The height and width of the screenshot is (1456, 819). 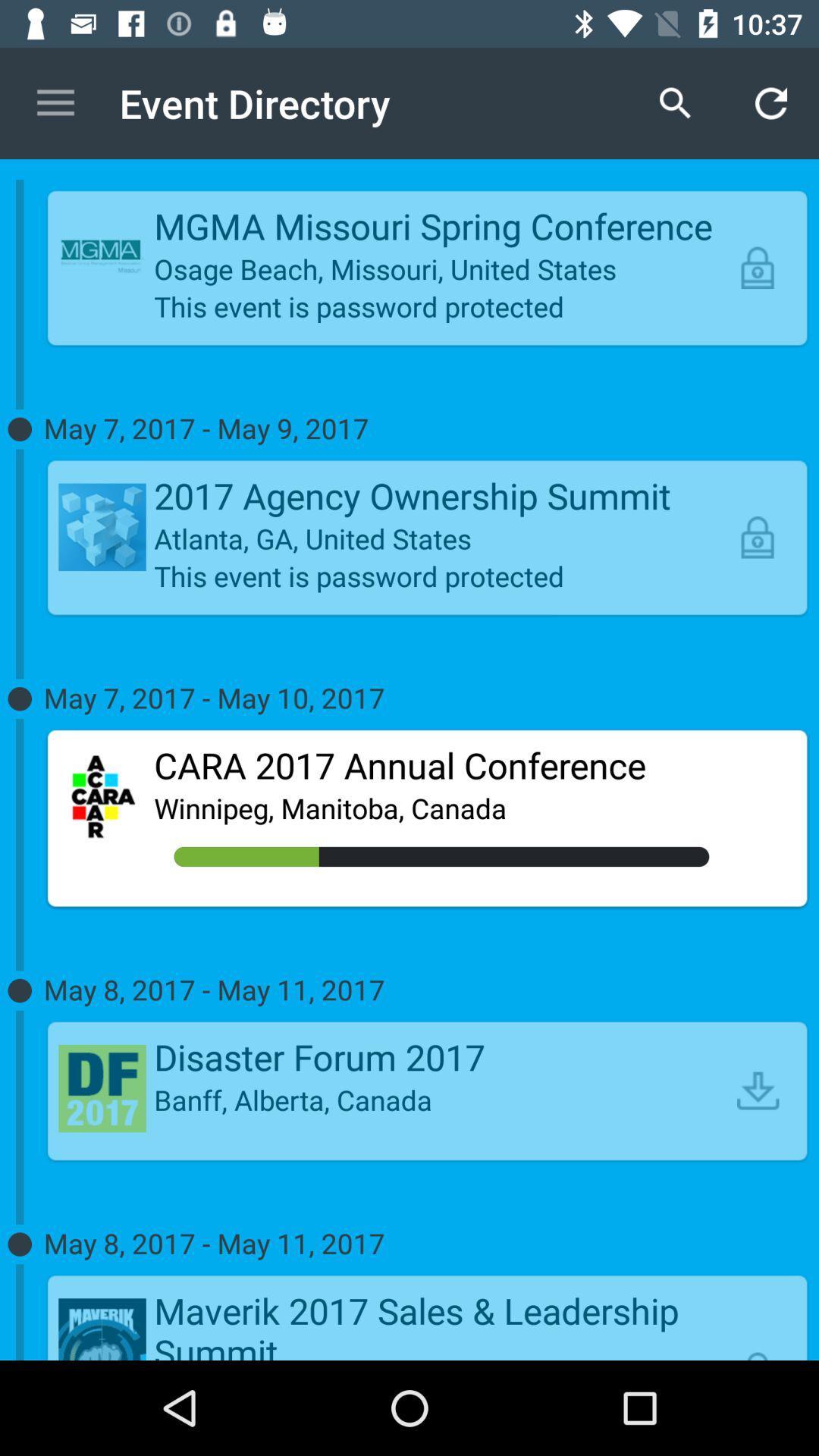 What do you see at coordinates (55, 102) in the screenshot?
I see `app next to the event directory` at bounding box center [55, 102].